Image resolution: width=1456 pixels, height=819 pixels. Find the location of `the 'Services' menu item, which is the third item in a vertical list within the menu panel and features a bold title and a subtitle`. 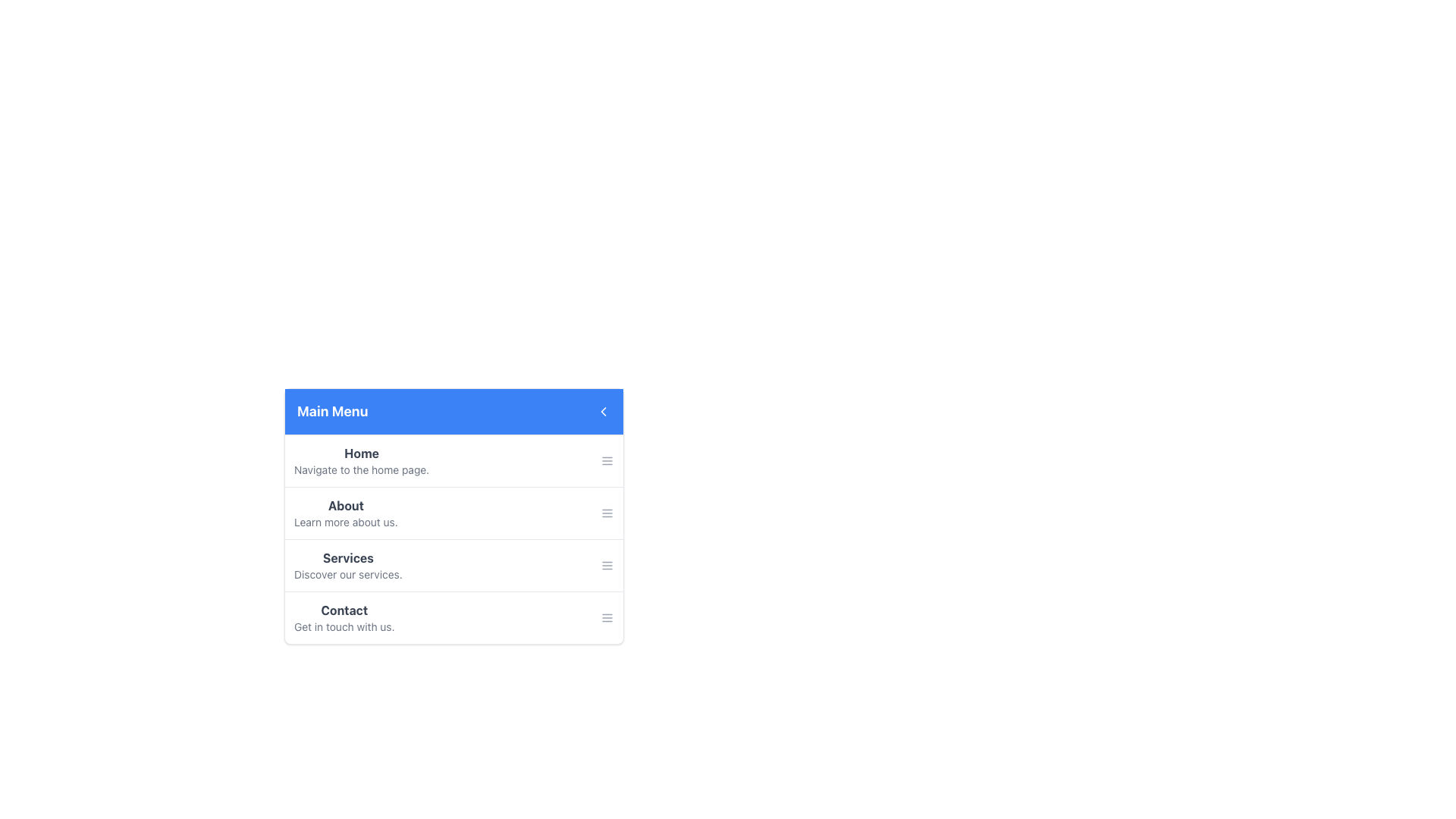

the 'Services' menu item, which is the third item in a vertical list within the menu panel and features a bold title and a subtitle is located at coordinates (453, 564).